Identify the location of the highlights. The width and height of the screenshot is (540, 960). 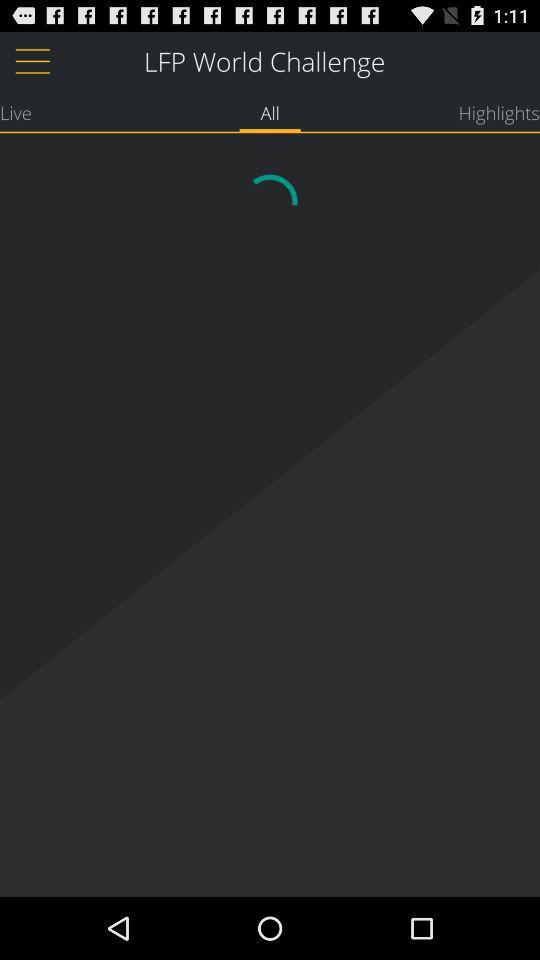
(498, 112).